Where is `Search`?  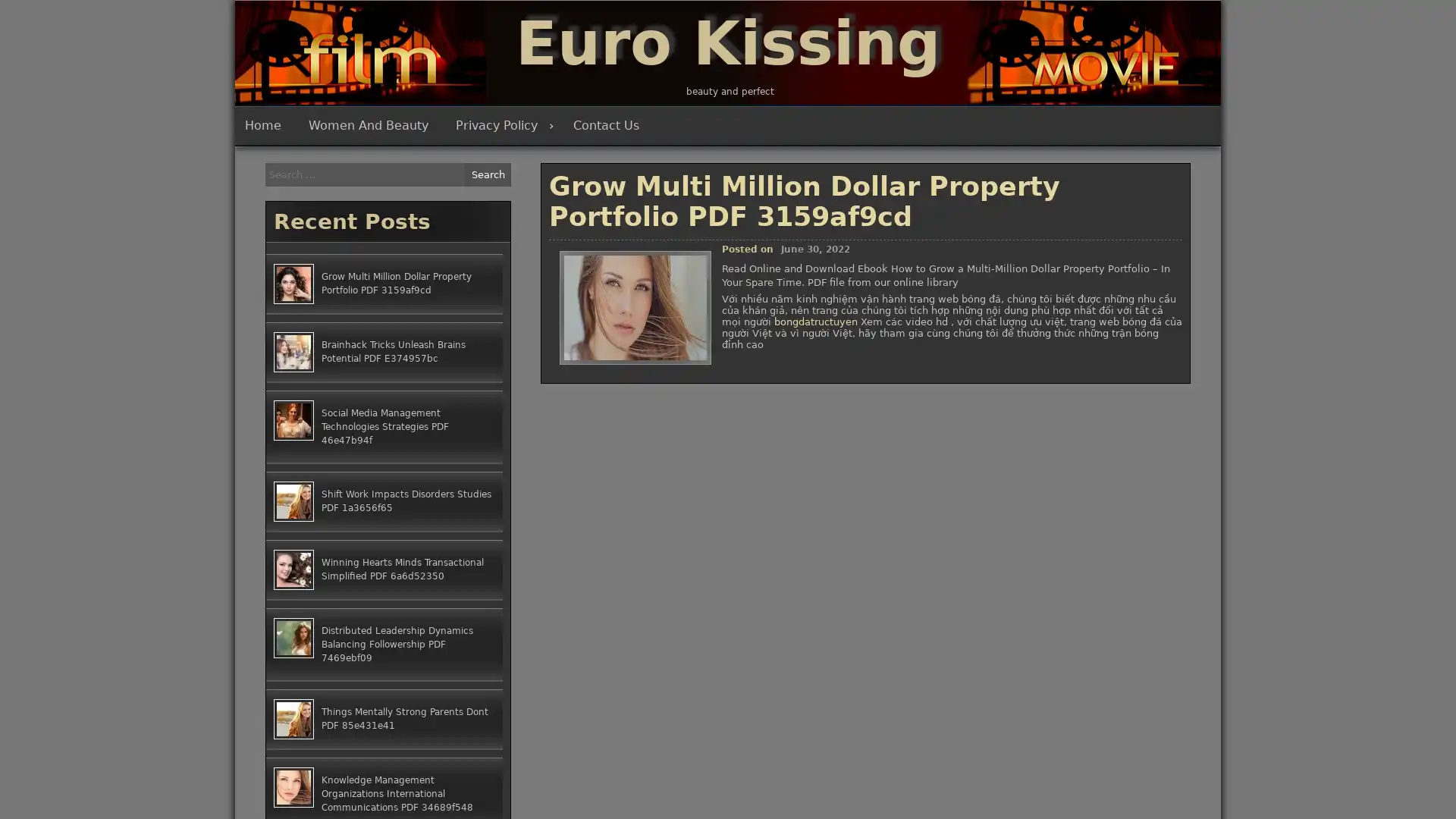 Search is located at coordinates (488, 174).